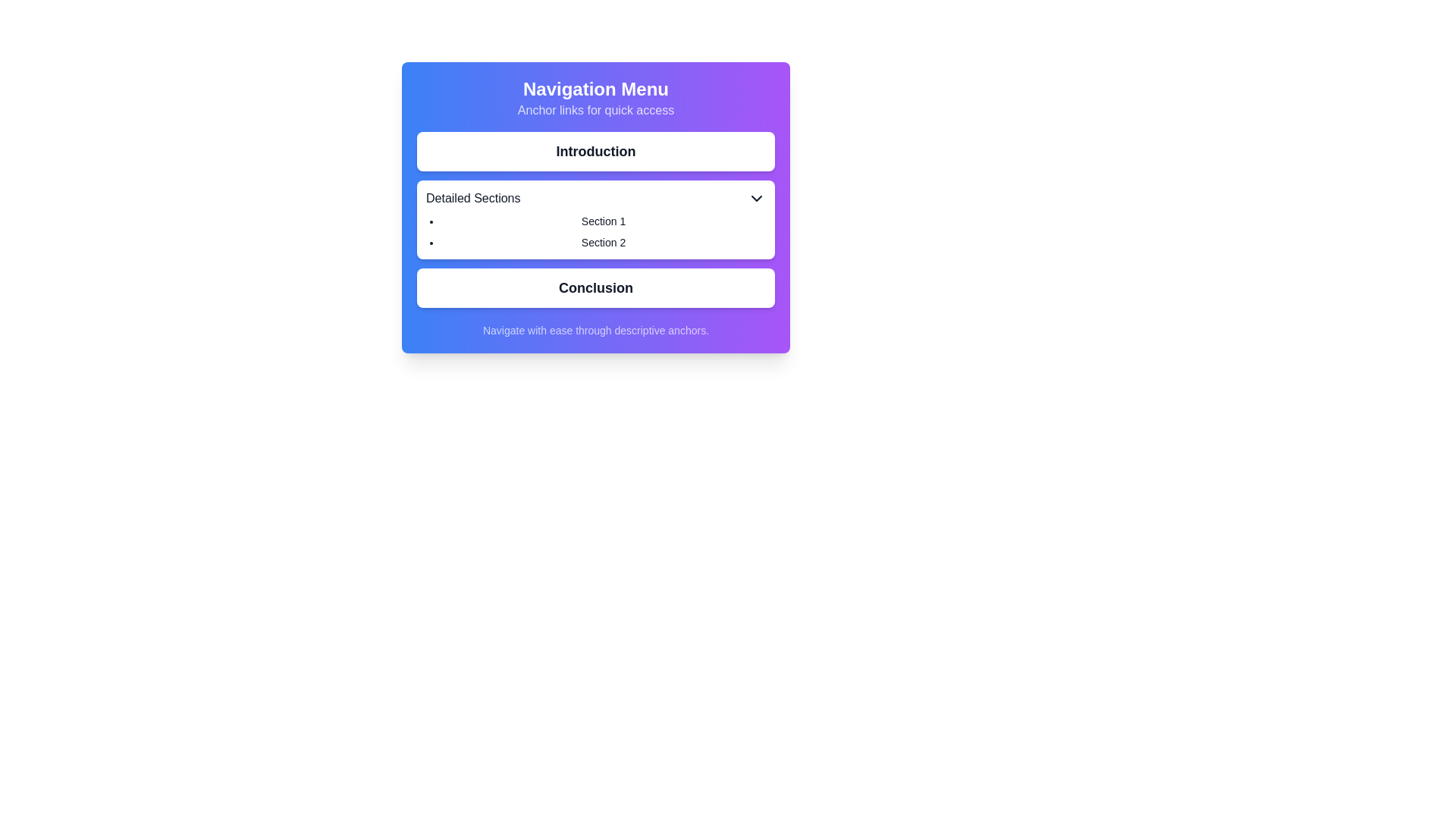 This screenshot has height=819, width=1456. Describe the element at coordinates (603, 221) in the screenshot. I see `the 'Section 1' list item with a hyperlink in the 'Detailed Sections' navigation menu` at that location.